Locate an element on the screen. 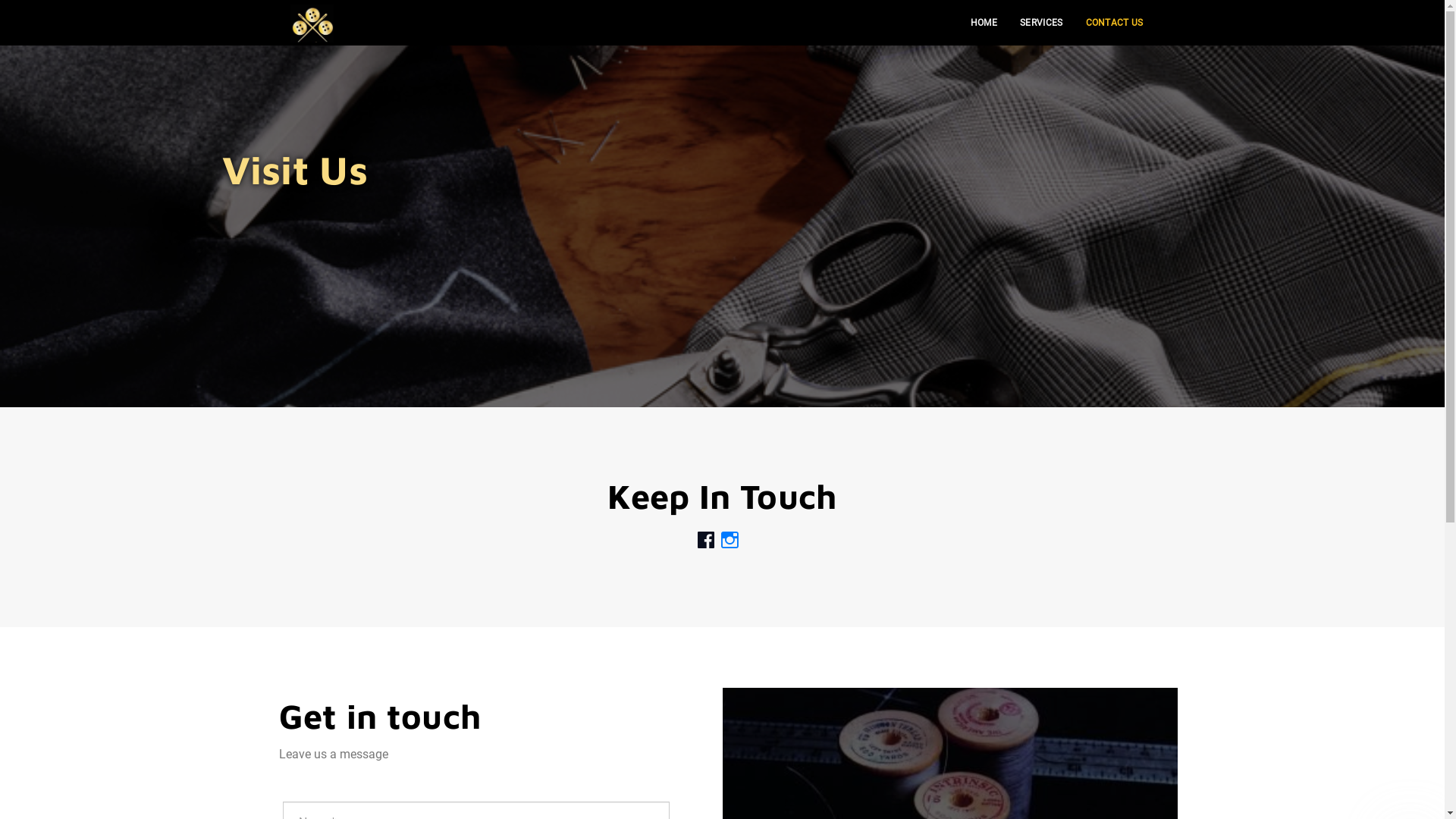  'SERVICES' is located at coordinates (1040, 23).